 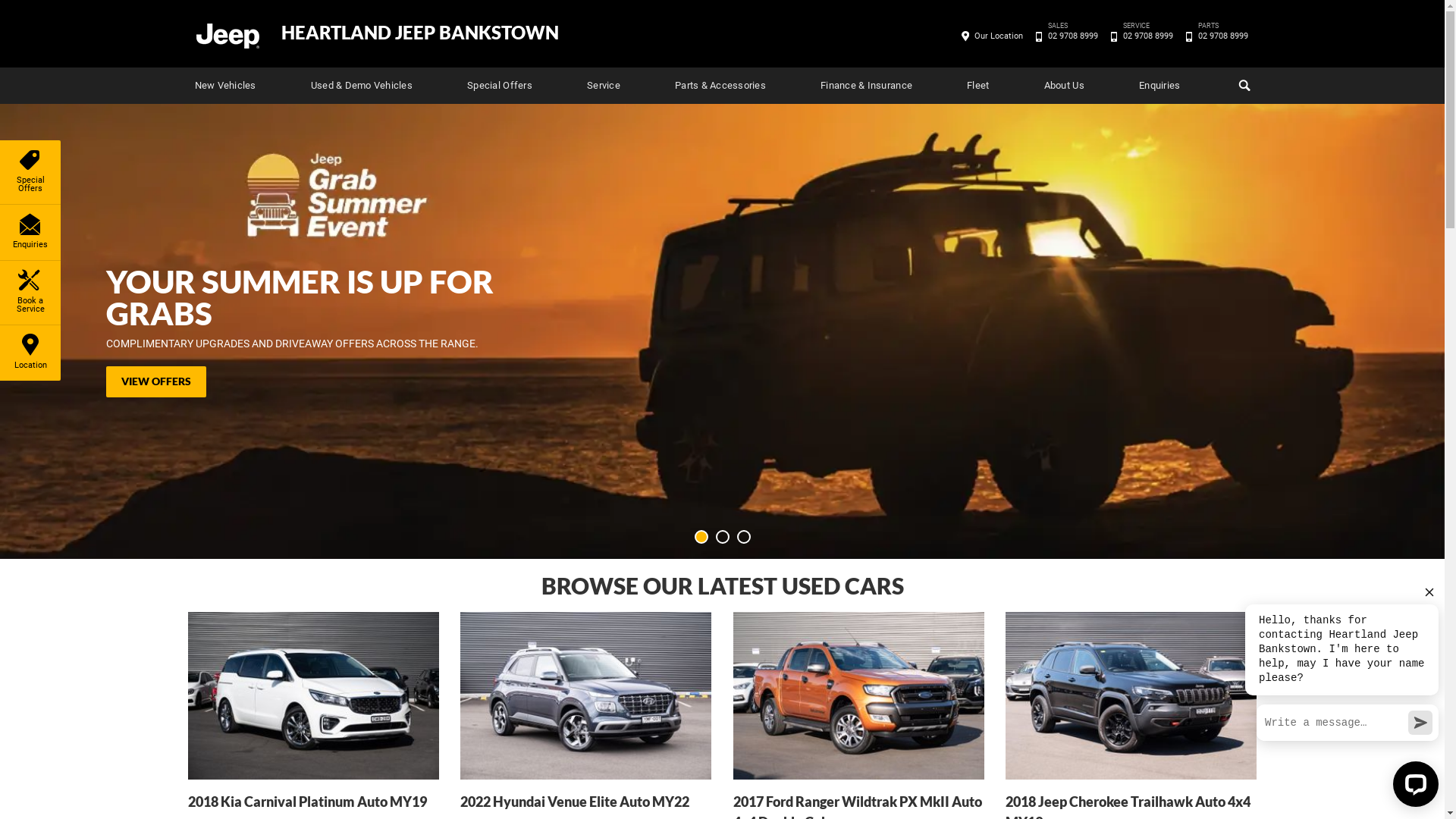 I want to click on 'Location', so click(x=0, y=353).